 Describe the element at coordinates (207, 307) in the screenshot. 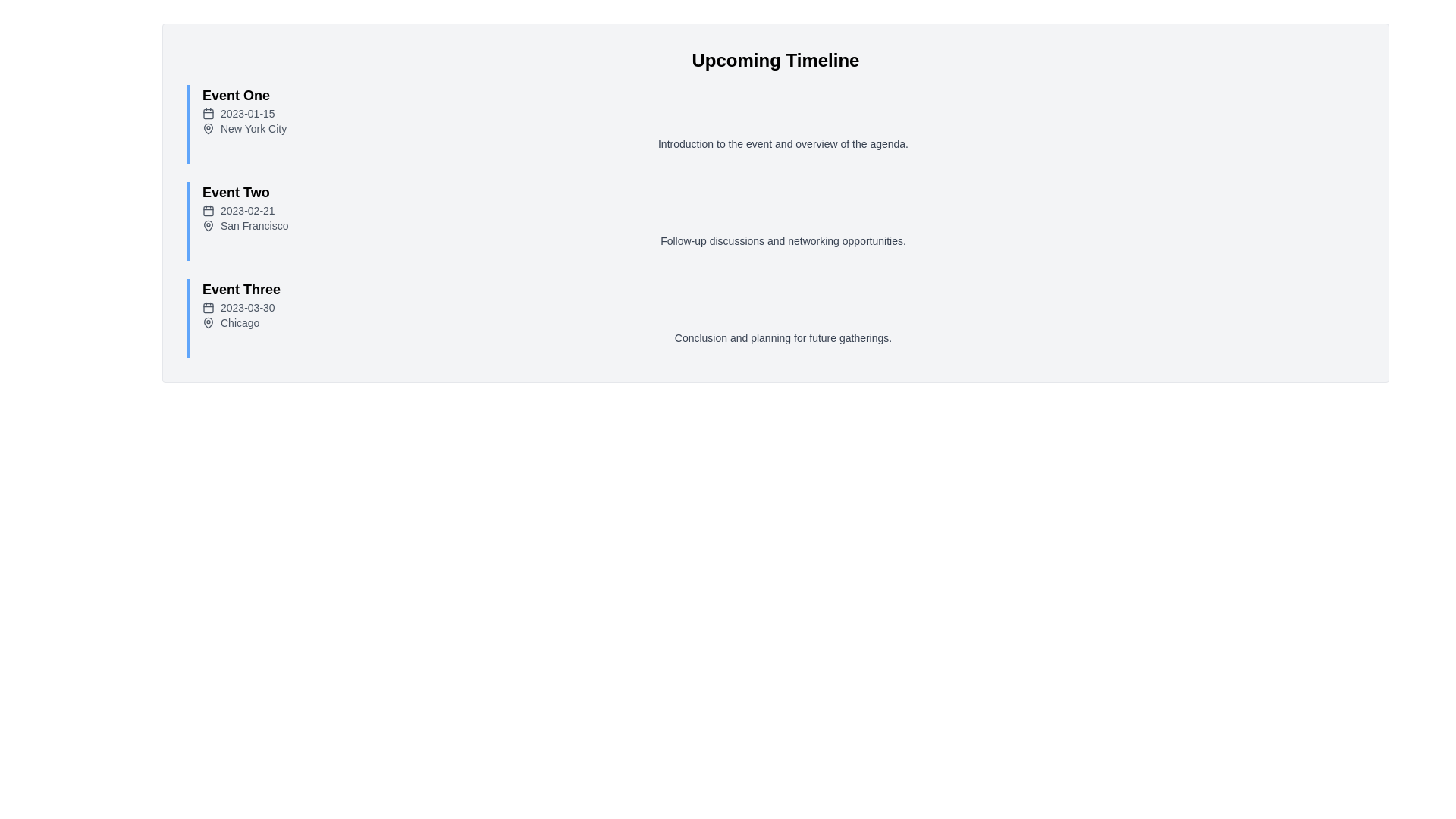

I see `the calendar icon graphic located next to the text '2023-03-30' under the 'Event Three' section in the 'Upcoming Timeline' list` at that location.